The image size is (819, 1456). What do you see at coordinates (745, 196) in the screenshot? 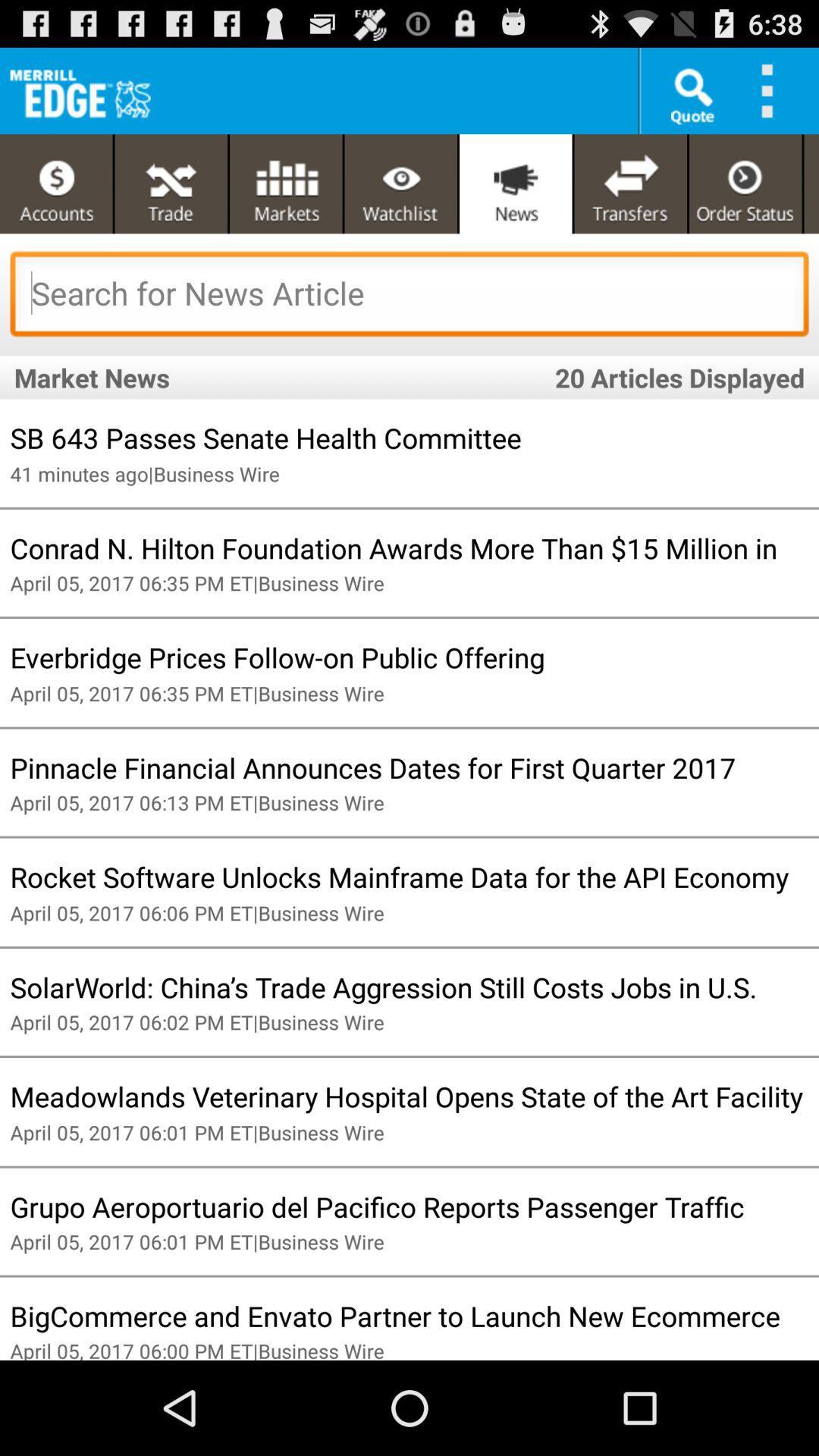
I see `the time icon` at bounding box center [745, 196].